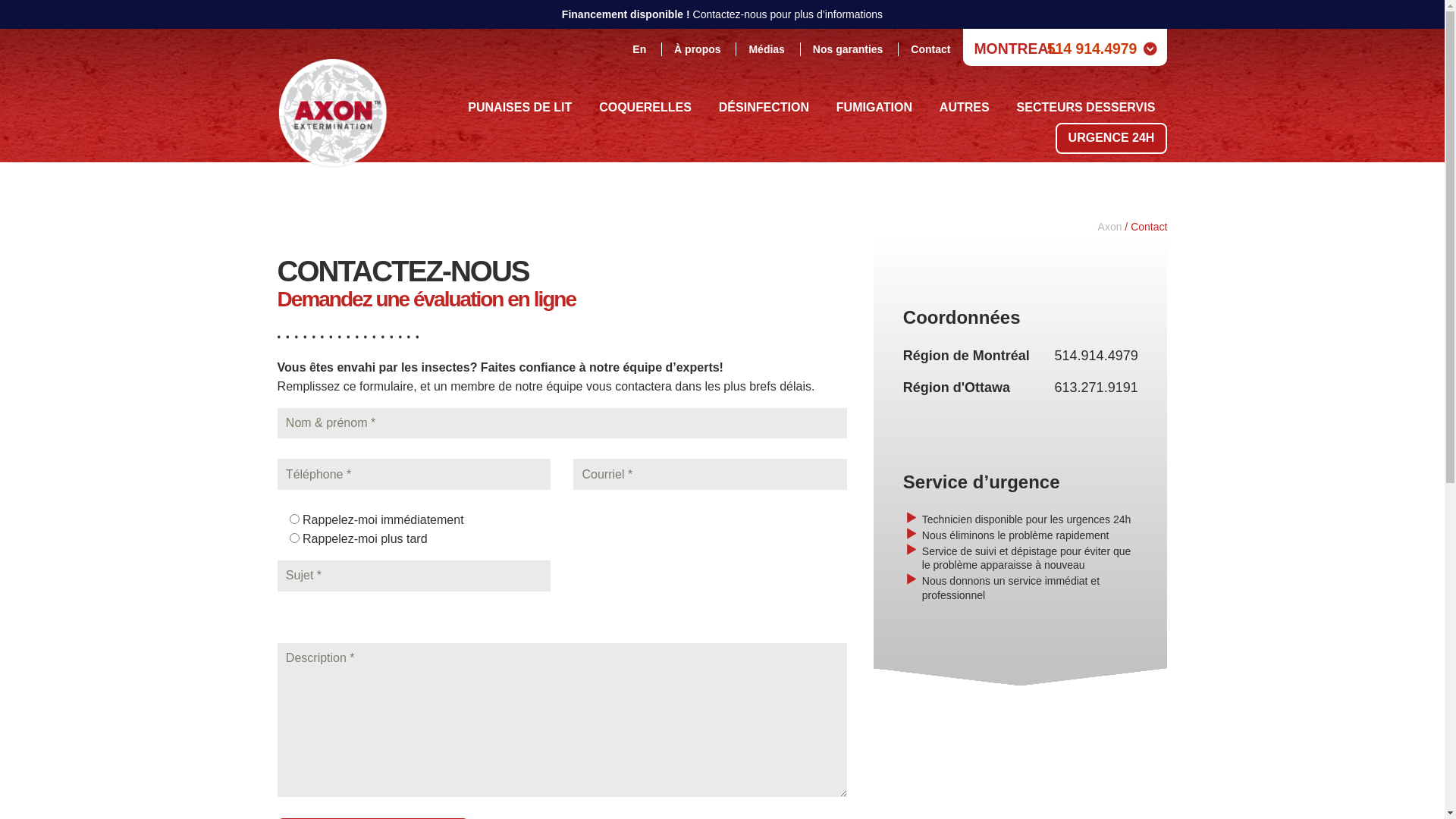 This screenshot has width=1456, height=819. What do you see at coordinates (1092, 48) in the screenshot?
I see `'514 914.4979'` at bounding box center [1092, 48].